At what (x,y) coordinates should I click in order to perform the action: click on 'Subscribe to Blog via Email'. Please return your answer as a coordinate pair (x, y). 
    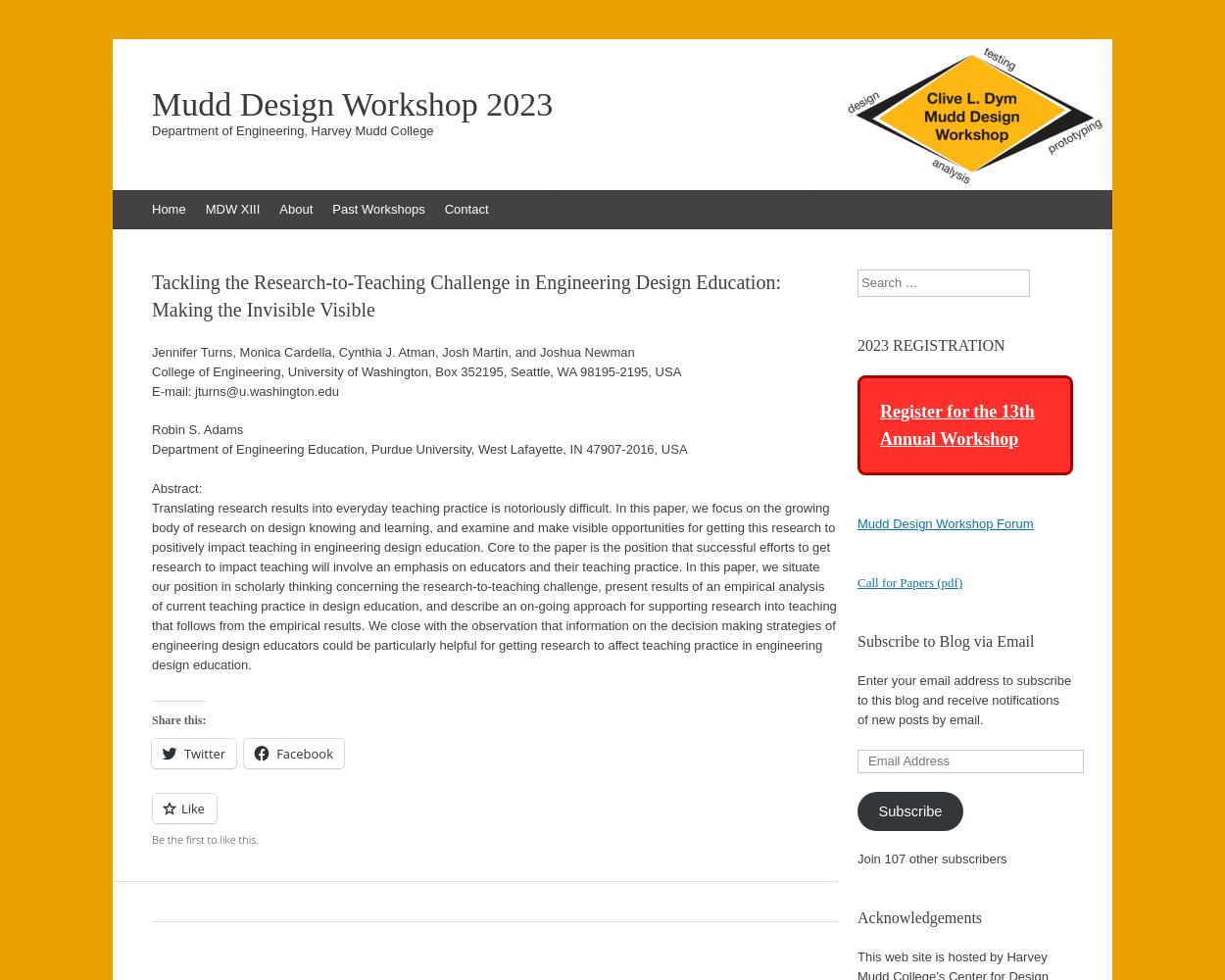
    Looking at the image, I should click on (945, 641).